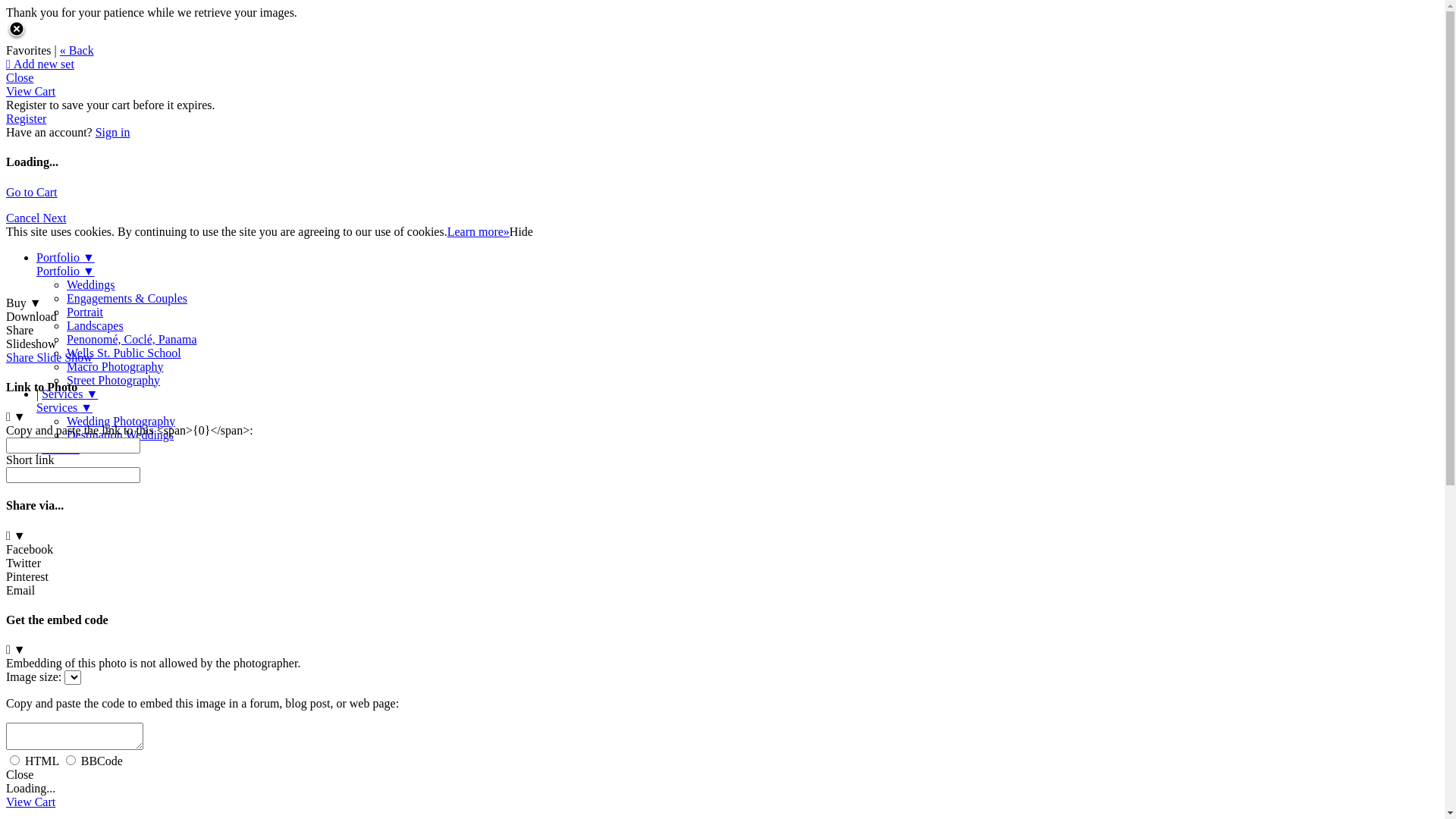  Describe the element at coordinates (120, 421) in the screenshot. I see `'Wedding Photography'` at that location.